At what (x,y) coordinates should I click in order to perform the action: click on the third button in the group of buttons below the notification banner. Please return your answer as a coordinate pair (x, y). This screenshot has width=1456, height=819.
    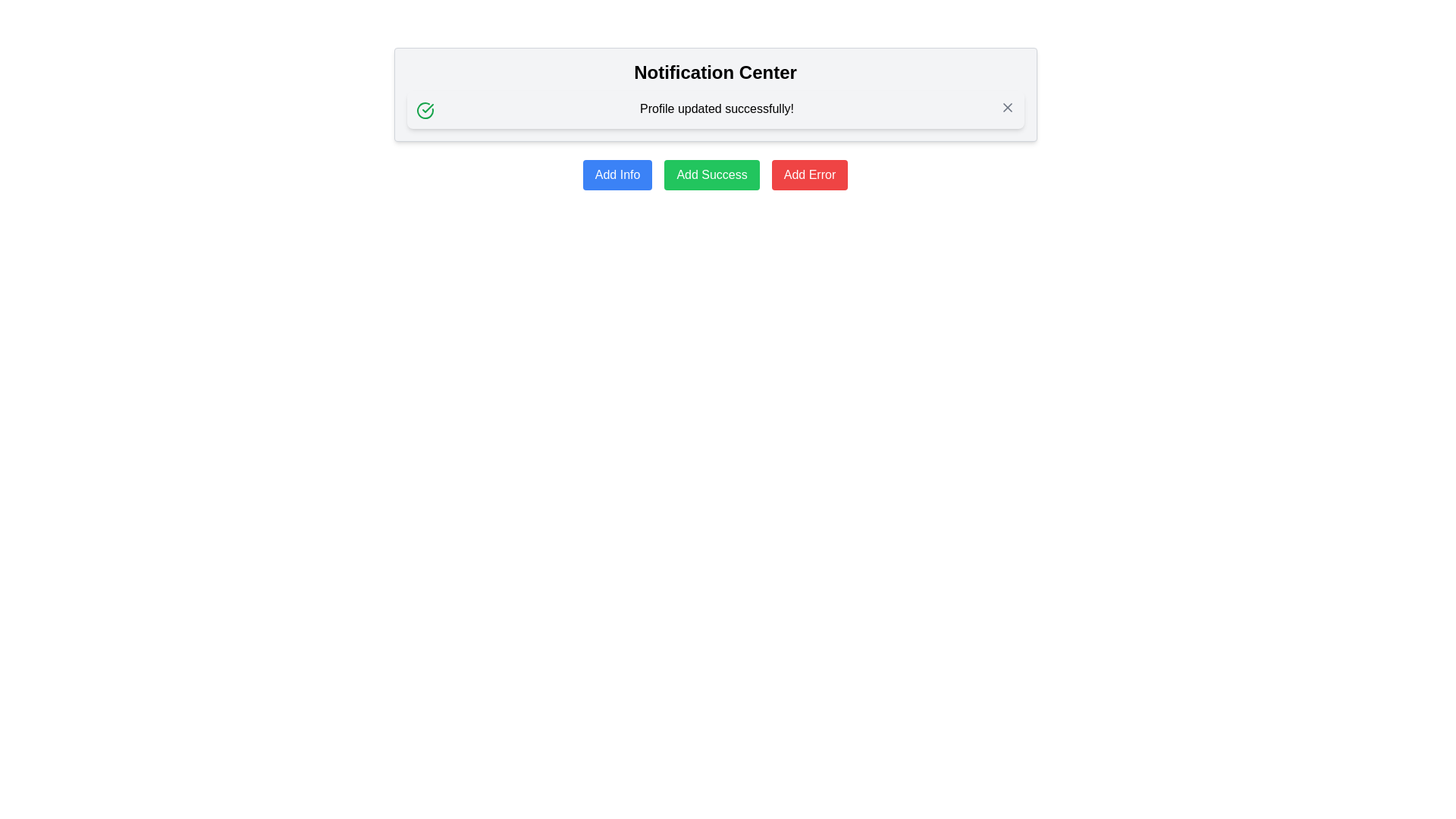
    Looking at the image, I should click on (809, 174).